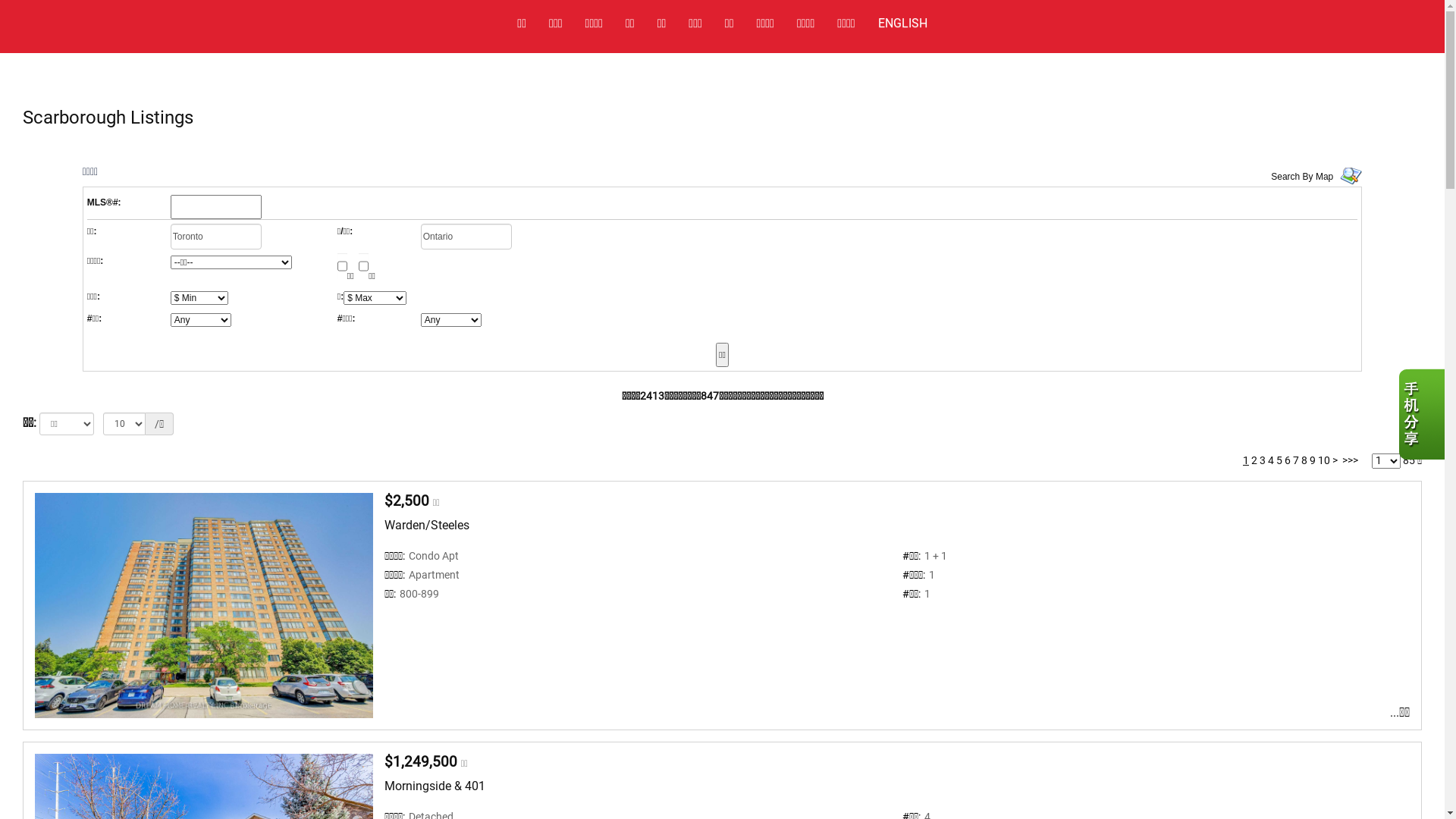  I want to click on 'ENGLISH', so click(902, 18).